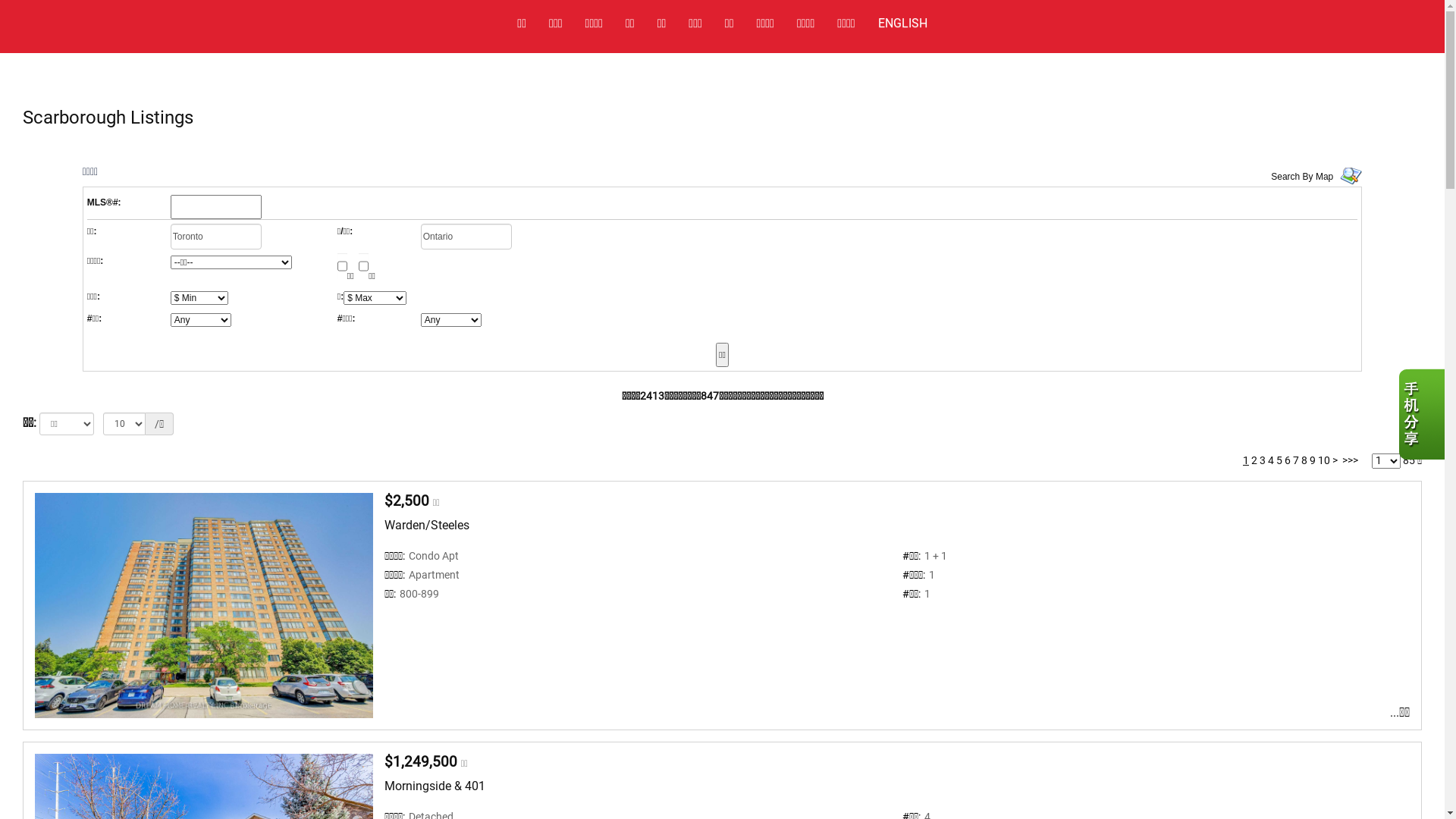  I want to click on 'ENGLISH', so click(902, 18).